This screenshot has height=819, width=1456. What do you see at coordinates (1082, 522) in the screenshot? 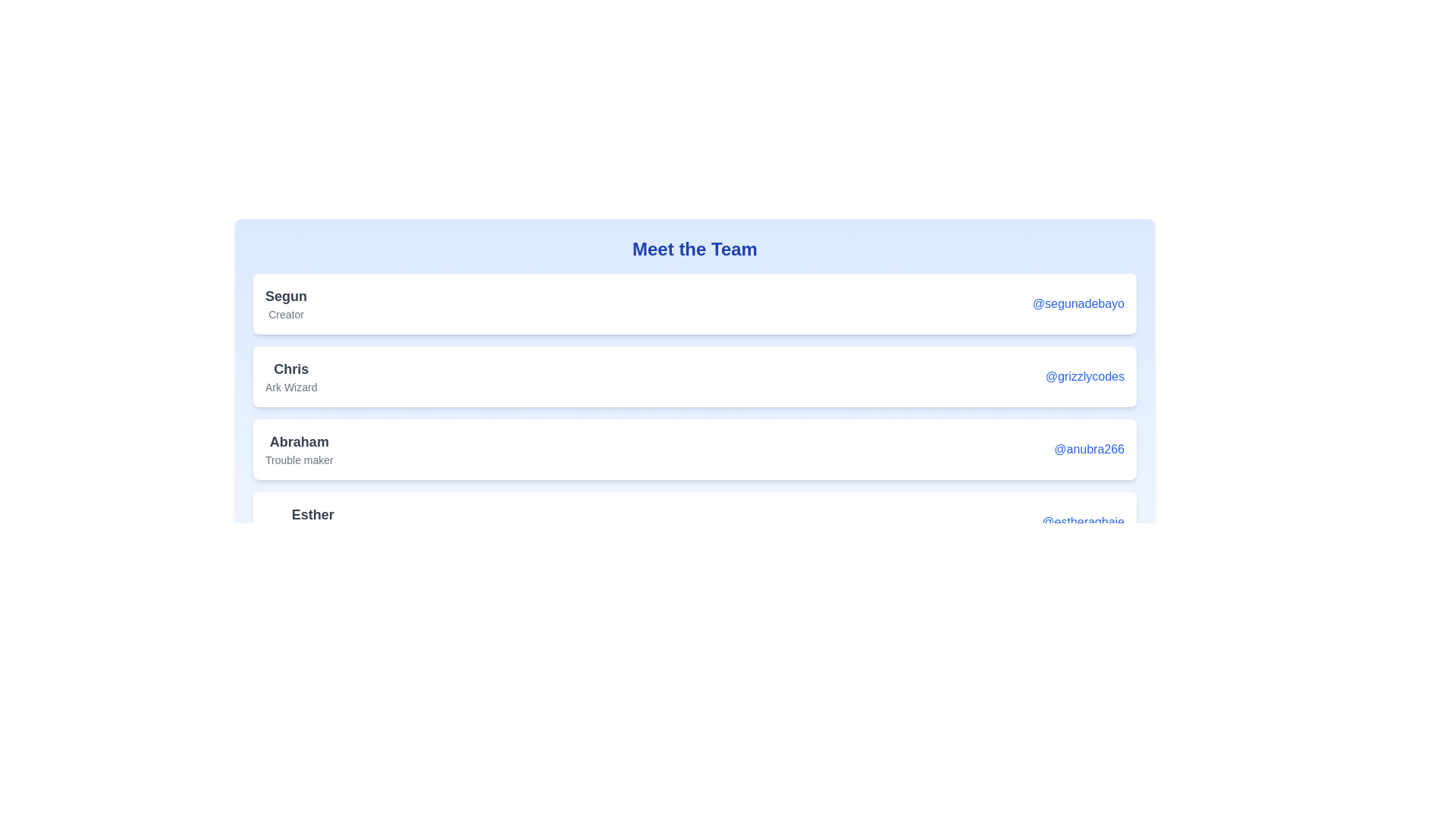
I see `the hyperlink styled as a blue text link with the text '@estheragbaje' located at the bottom-right corner of the card associated with 'Esther'` at bounding box center [1082, 522].